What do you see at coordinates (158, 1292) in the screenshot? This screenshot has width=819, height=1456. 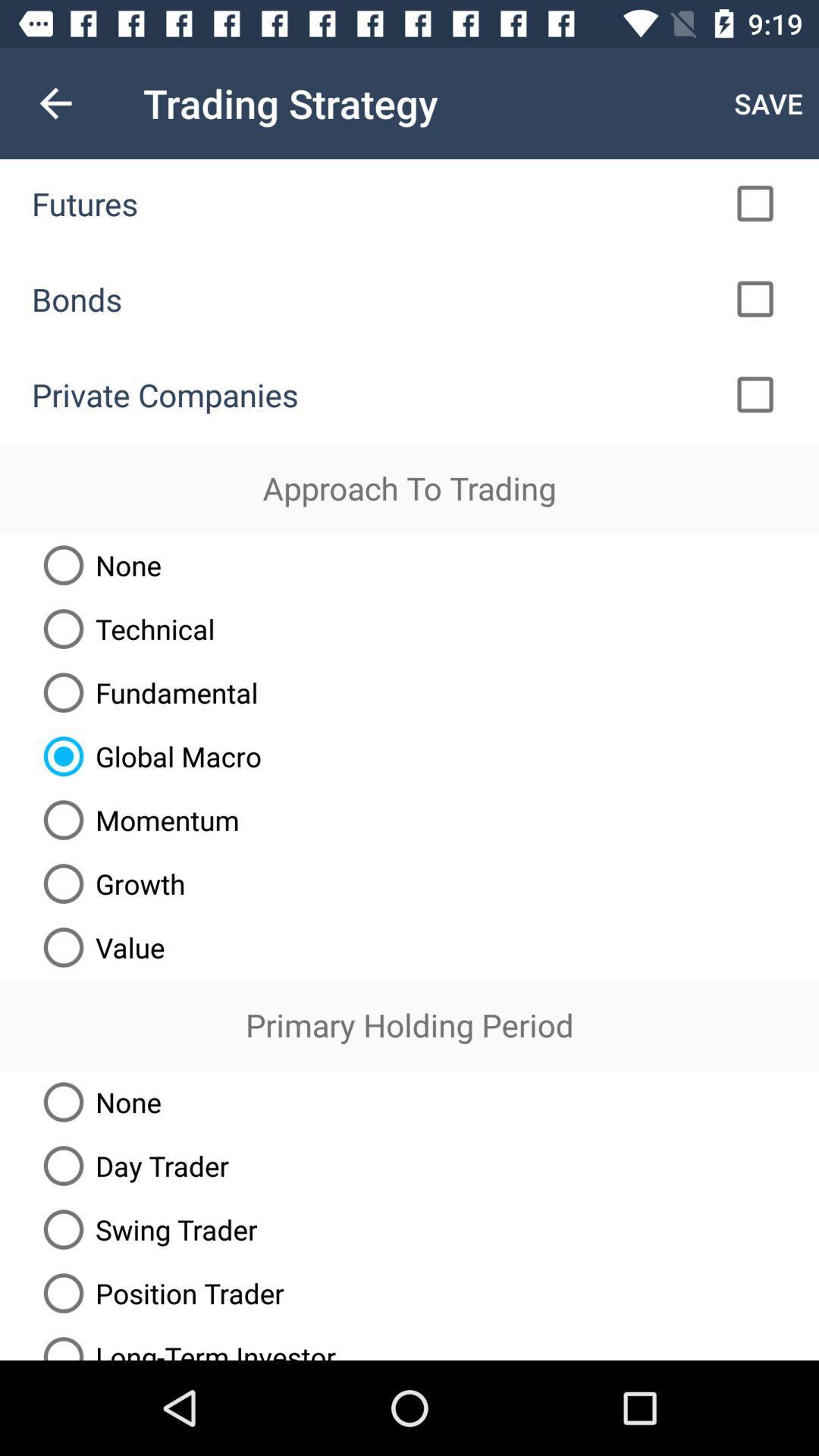 I see `position trader` at bounding box center [158, 1292].